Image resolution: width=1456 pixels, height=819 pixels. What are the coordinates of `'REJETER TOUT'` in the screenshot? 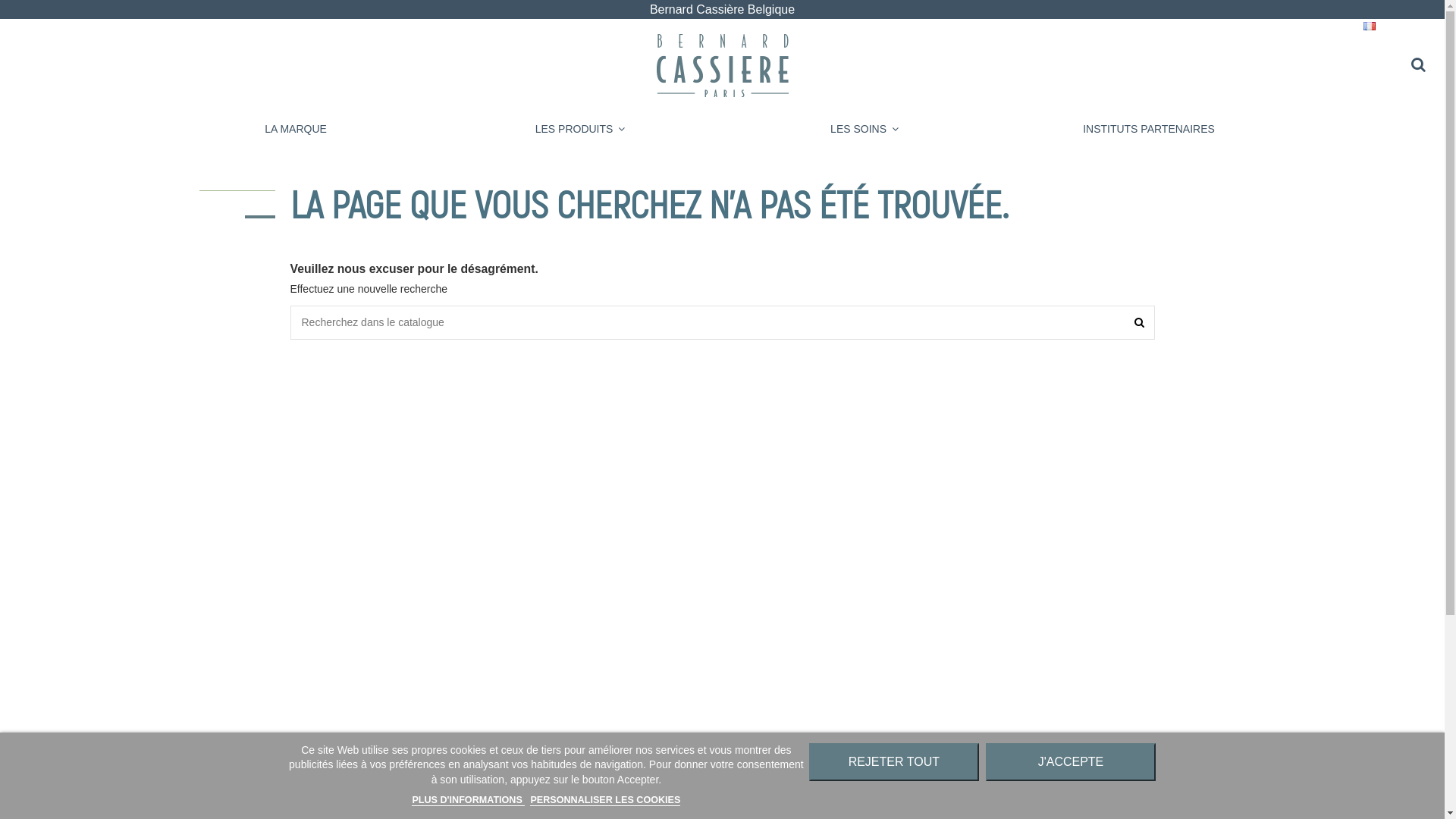 It's located at (894, 762).